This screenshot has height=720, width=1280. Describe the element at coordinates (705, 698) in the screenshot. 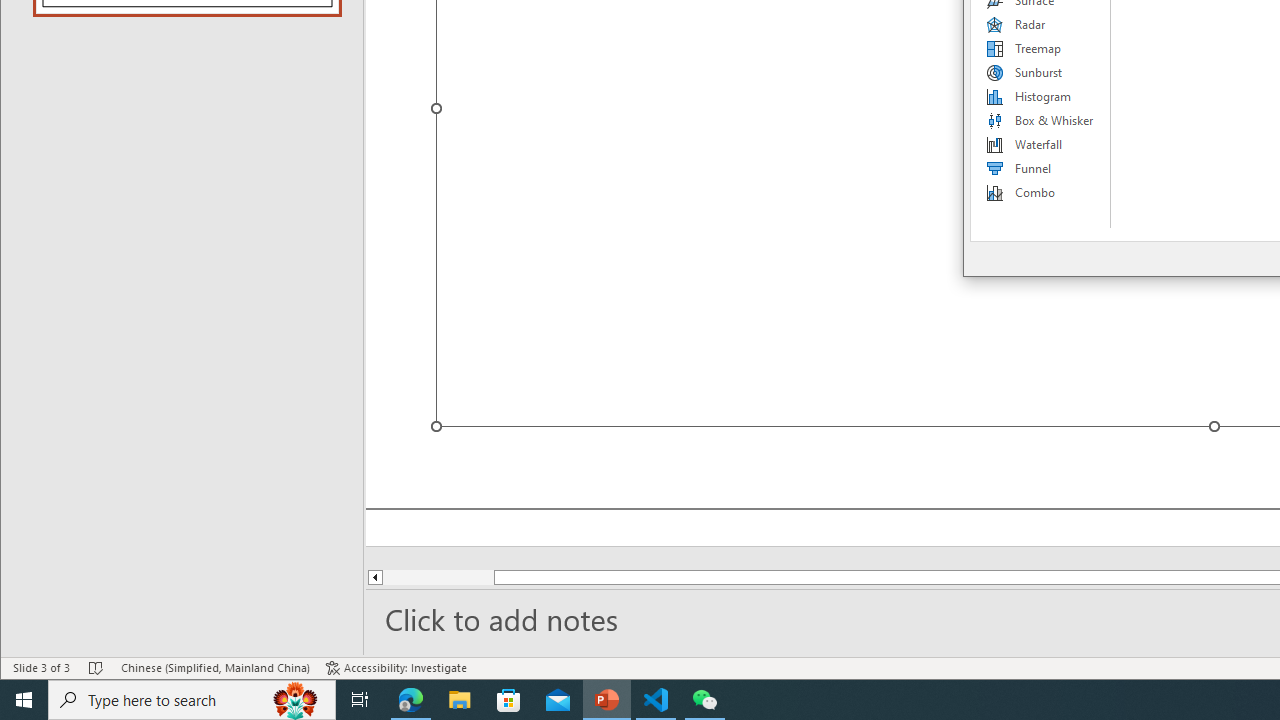

I see `'WeChat - 1 running window'` at that location.